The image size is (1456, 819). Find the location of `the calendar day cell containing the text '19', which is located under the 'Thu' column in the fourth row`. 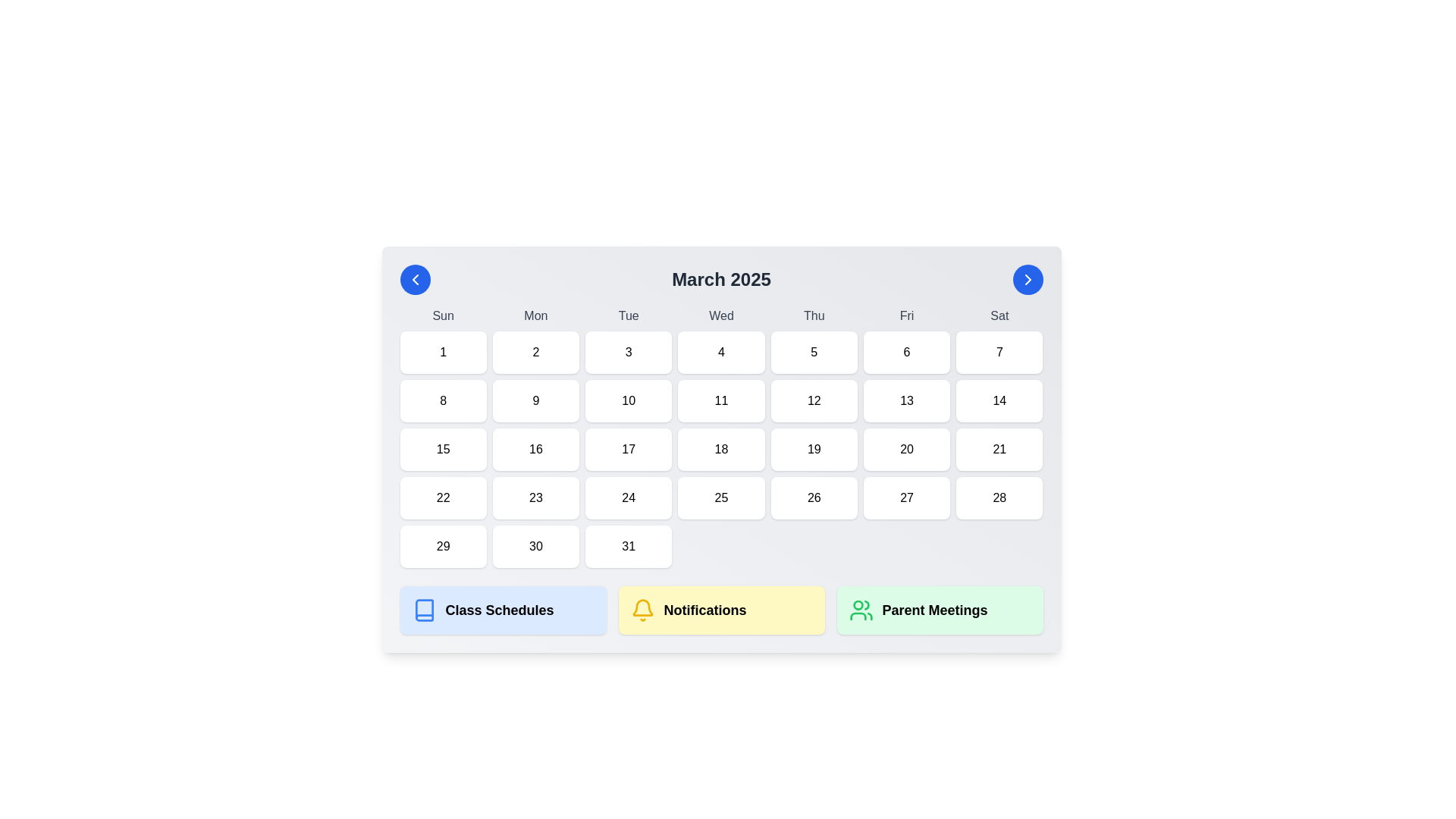

the calendar day cell containing the text '19', which is located under the 'Thu' column in the fourth row is located at coordinates (813, 449).